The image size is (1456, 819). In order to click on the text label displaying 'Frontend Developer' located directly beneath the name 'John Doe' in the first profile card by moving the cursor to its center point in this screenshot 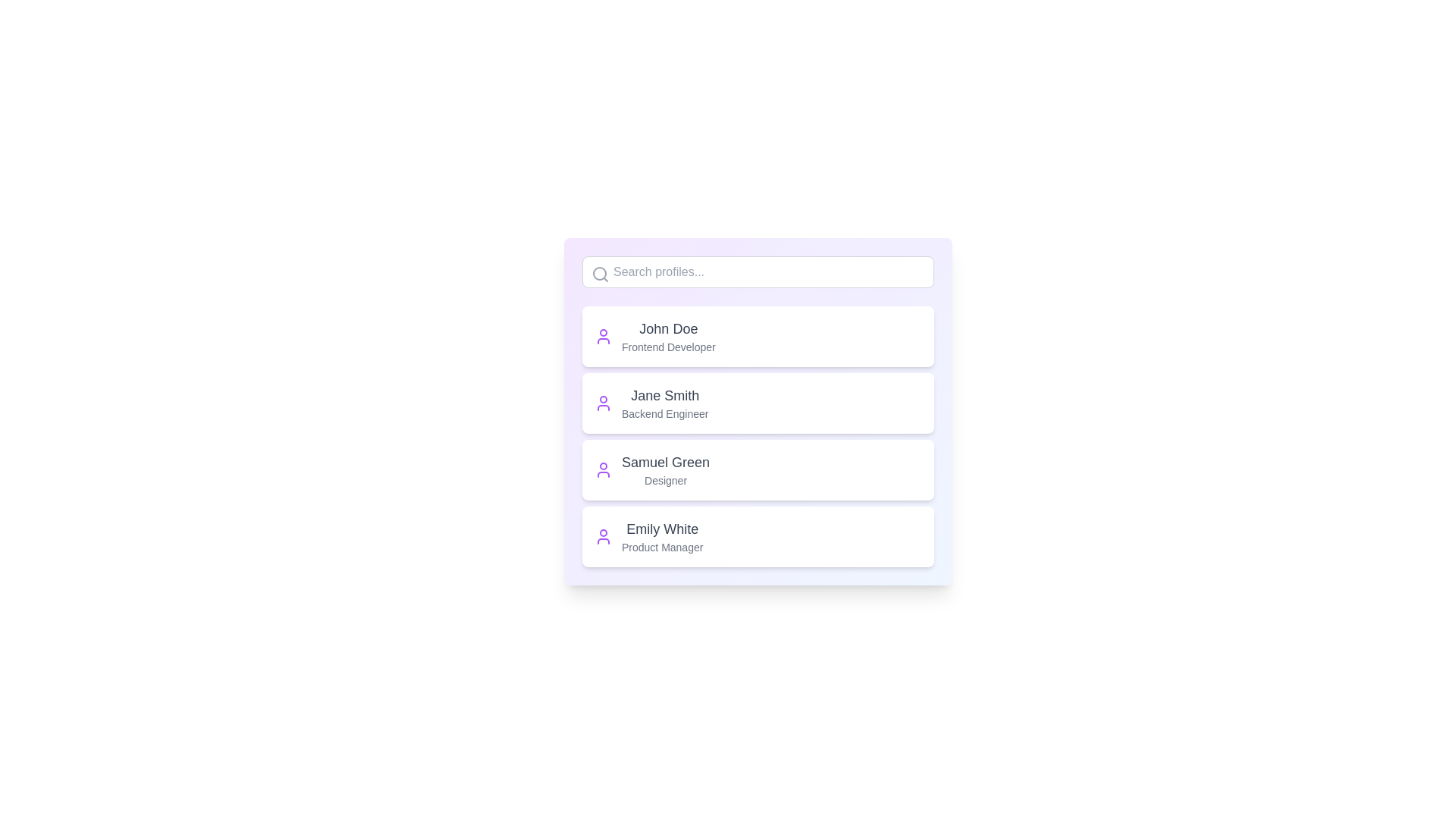, I will do `click(667, 347)`.